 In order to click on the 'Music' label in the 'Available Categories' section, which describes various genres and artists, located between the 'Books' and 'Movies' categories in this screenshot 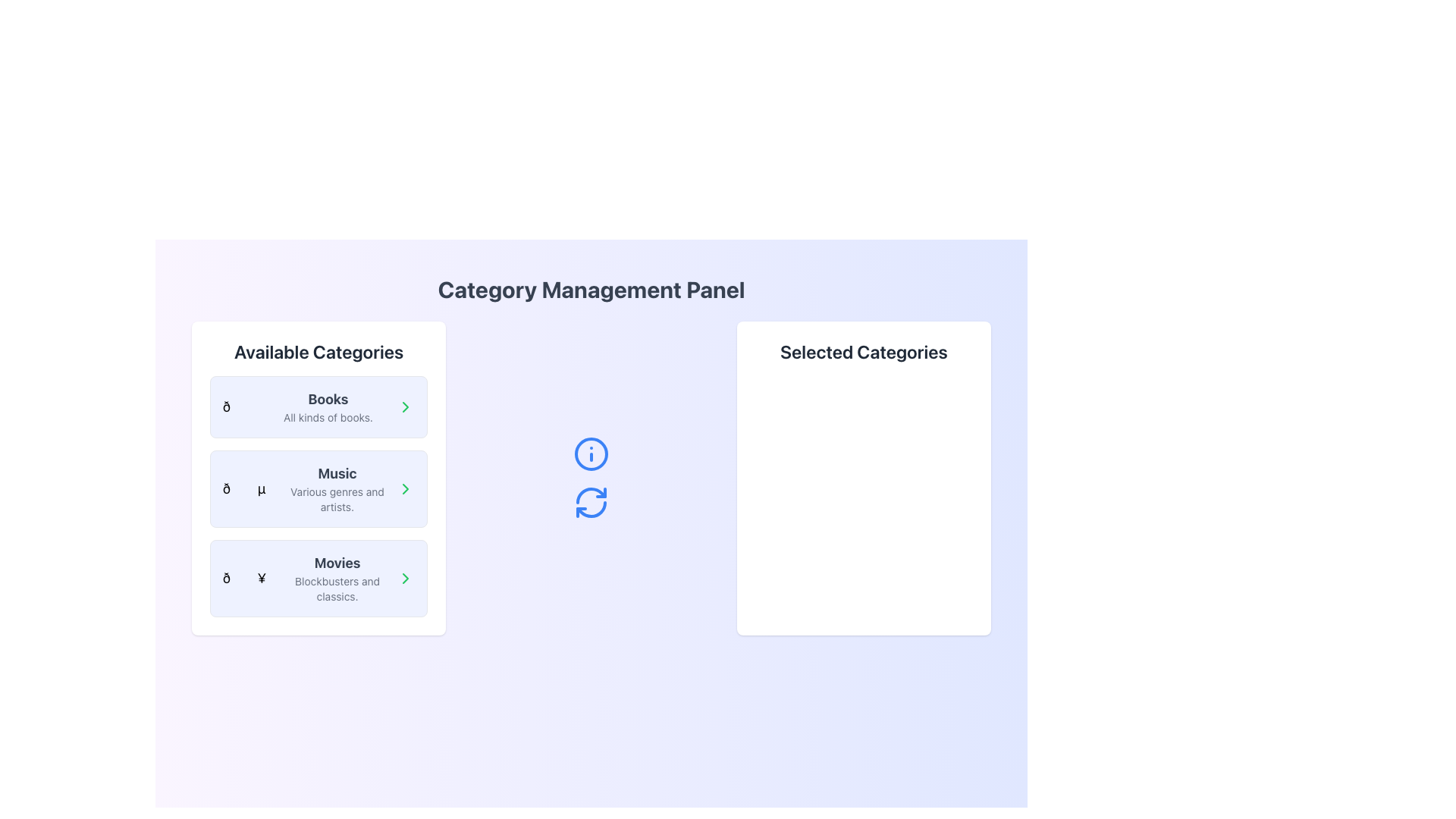, I will do `click(336, 488)`.